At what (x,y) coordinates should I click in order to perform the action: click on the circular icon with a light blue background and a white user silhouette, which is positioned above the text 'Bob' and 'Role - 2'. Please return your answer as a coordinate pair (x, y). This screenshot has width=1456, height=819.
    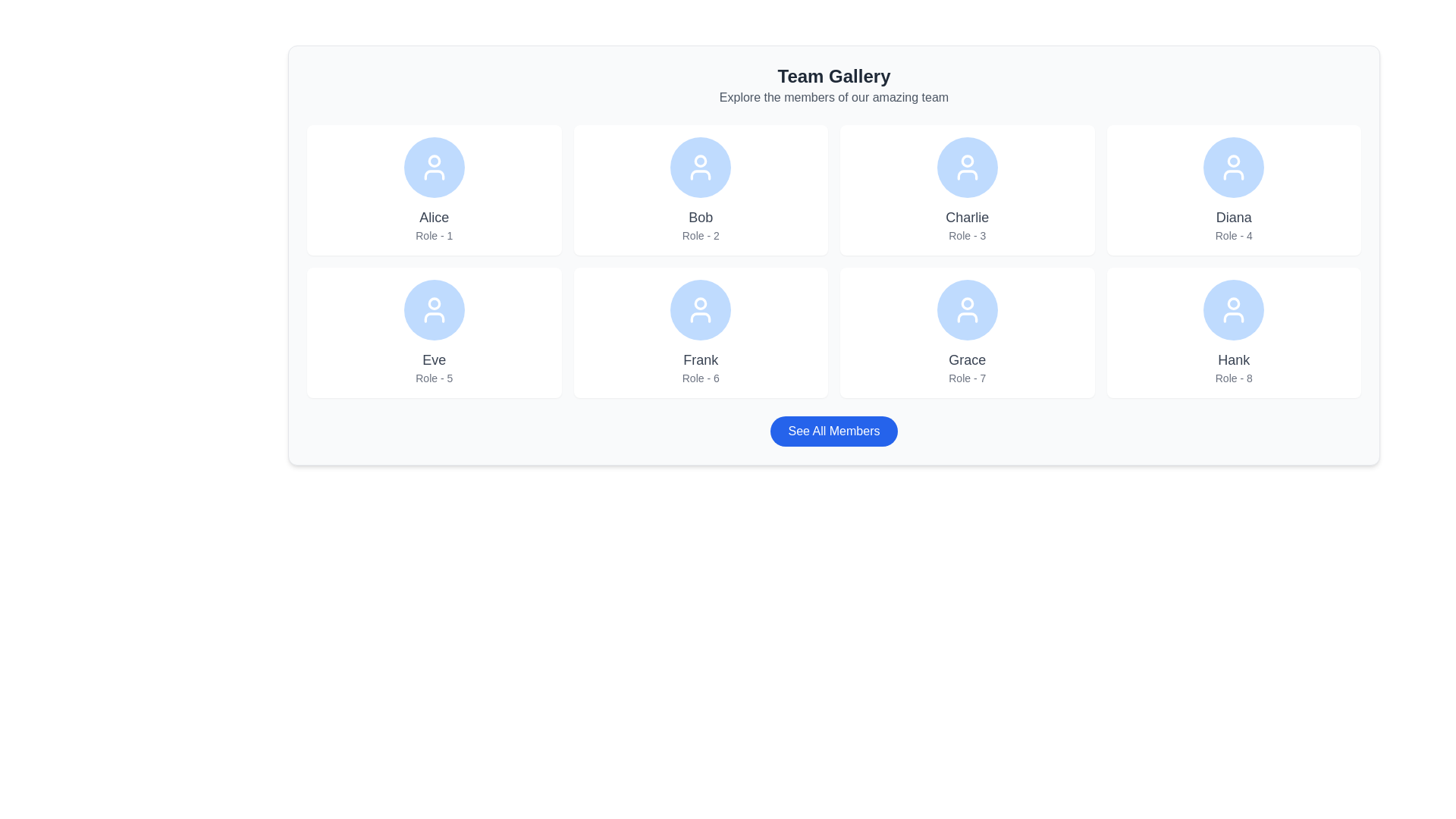
    Looking at the image, I should click on (700, 167).